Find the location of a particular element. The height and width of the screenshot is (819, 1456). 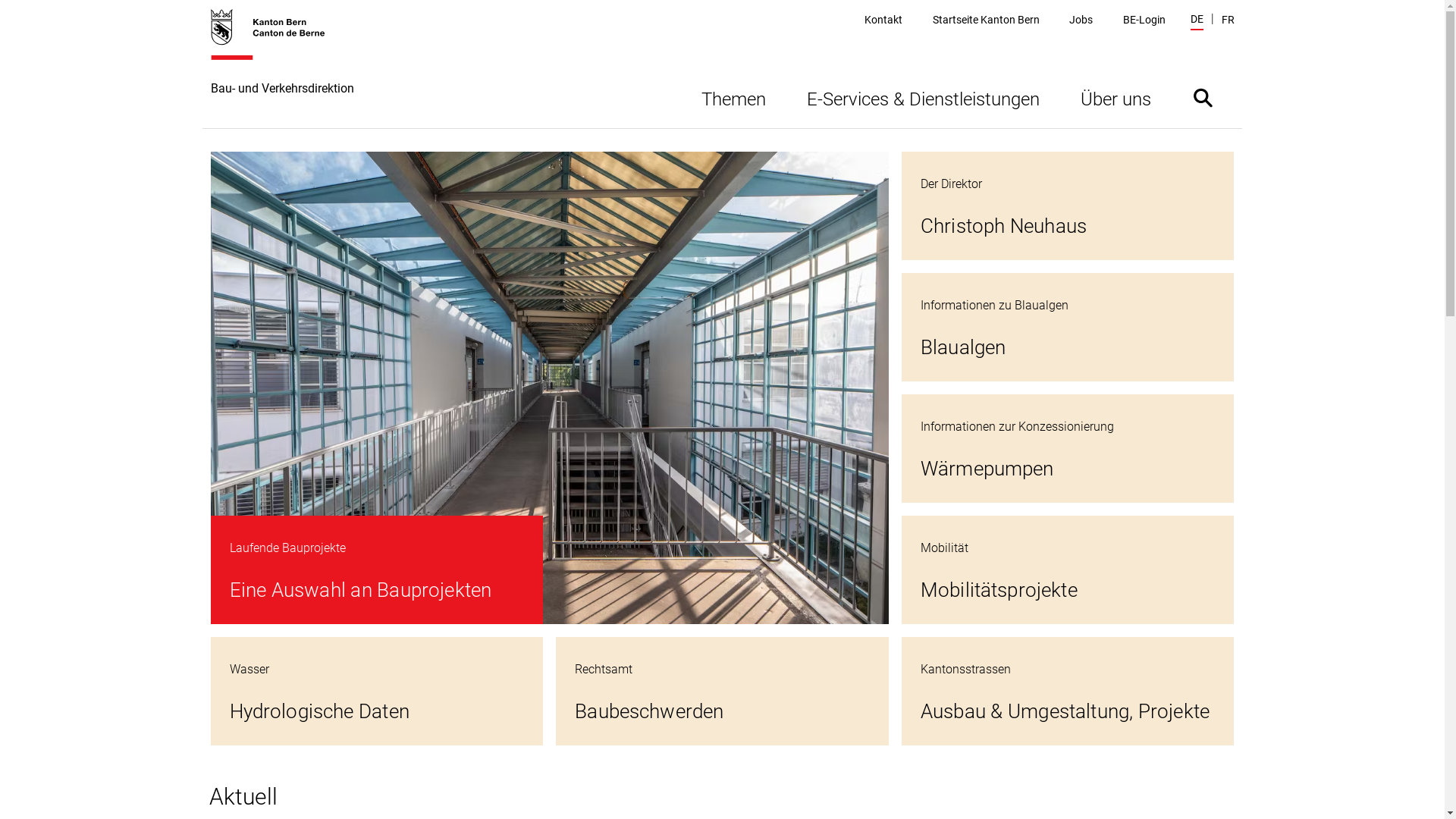

'Startseite Kanton Bern' is located at coordinates (986, 20).